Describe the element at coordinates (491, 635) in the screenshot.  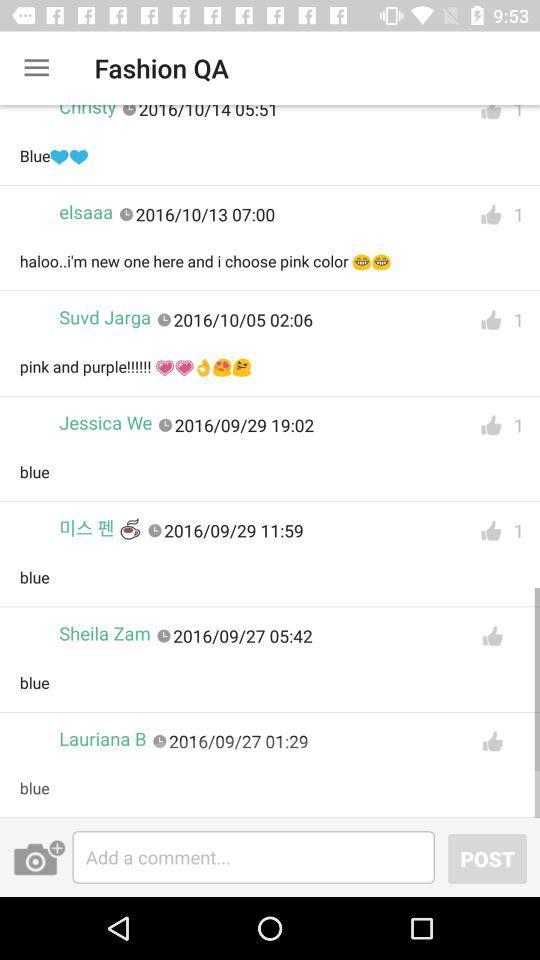
I see `like option` at that location.